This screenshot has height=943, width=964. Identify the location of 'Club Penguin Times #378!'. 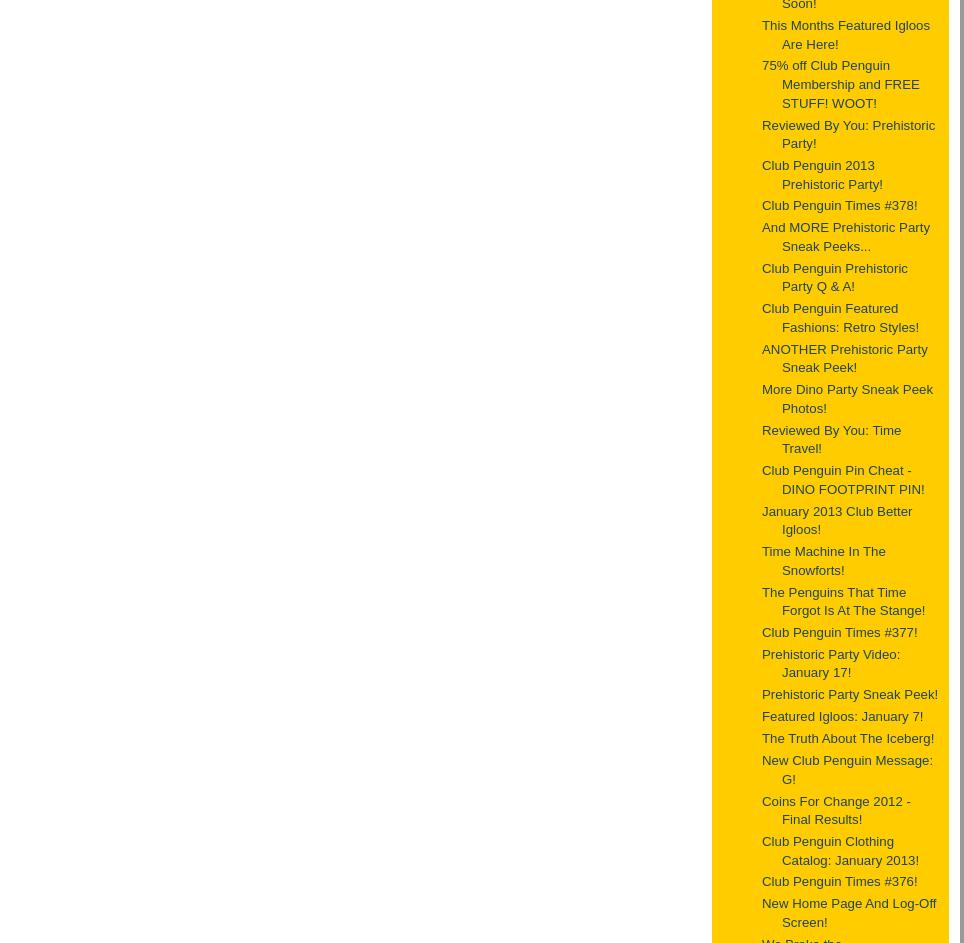
(838, 204).